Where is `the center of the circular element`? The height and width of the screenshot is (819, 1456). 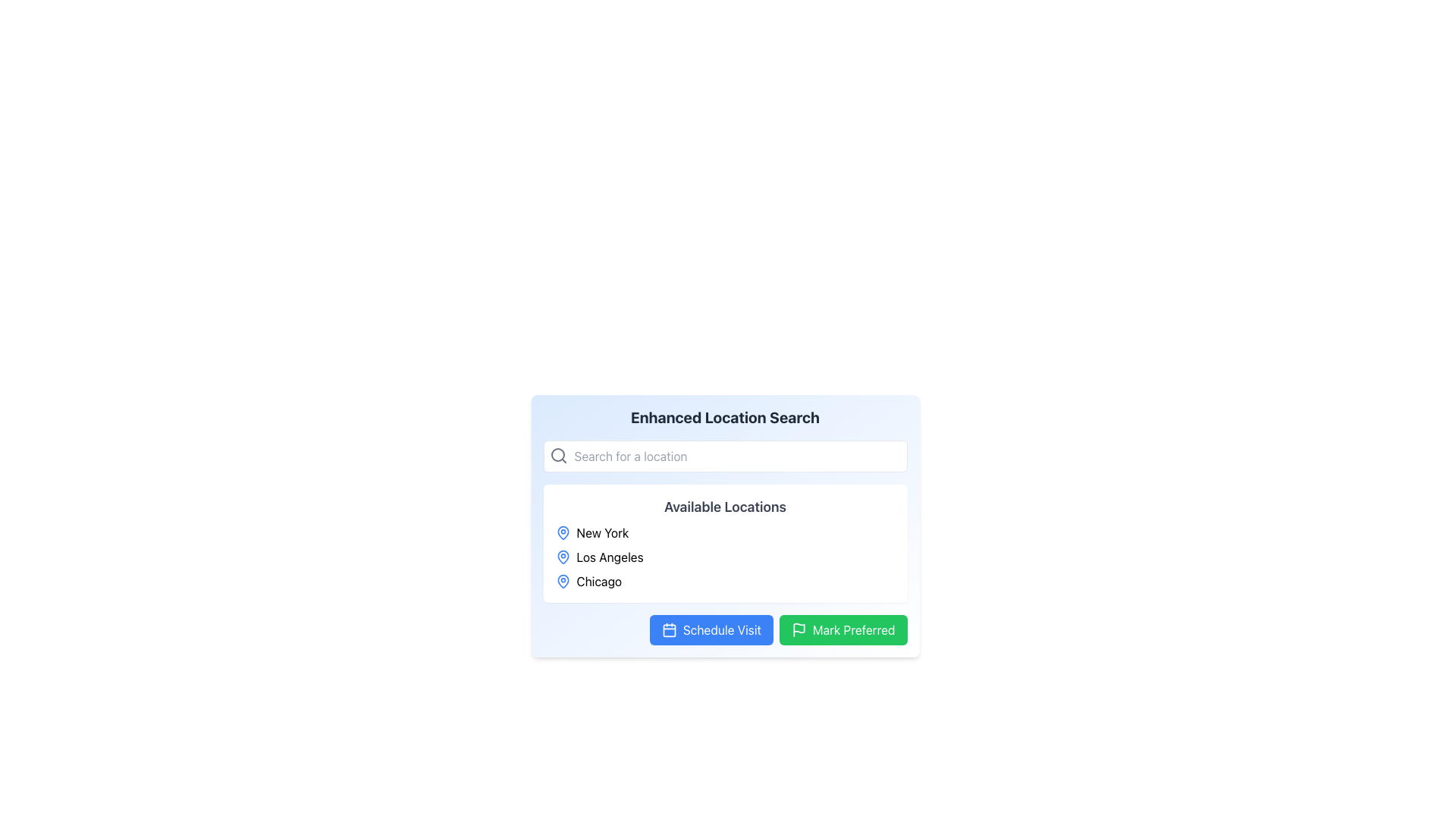
the center of the circular element is located at coordinates (557, 454).